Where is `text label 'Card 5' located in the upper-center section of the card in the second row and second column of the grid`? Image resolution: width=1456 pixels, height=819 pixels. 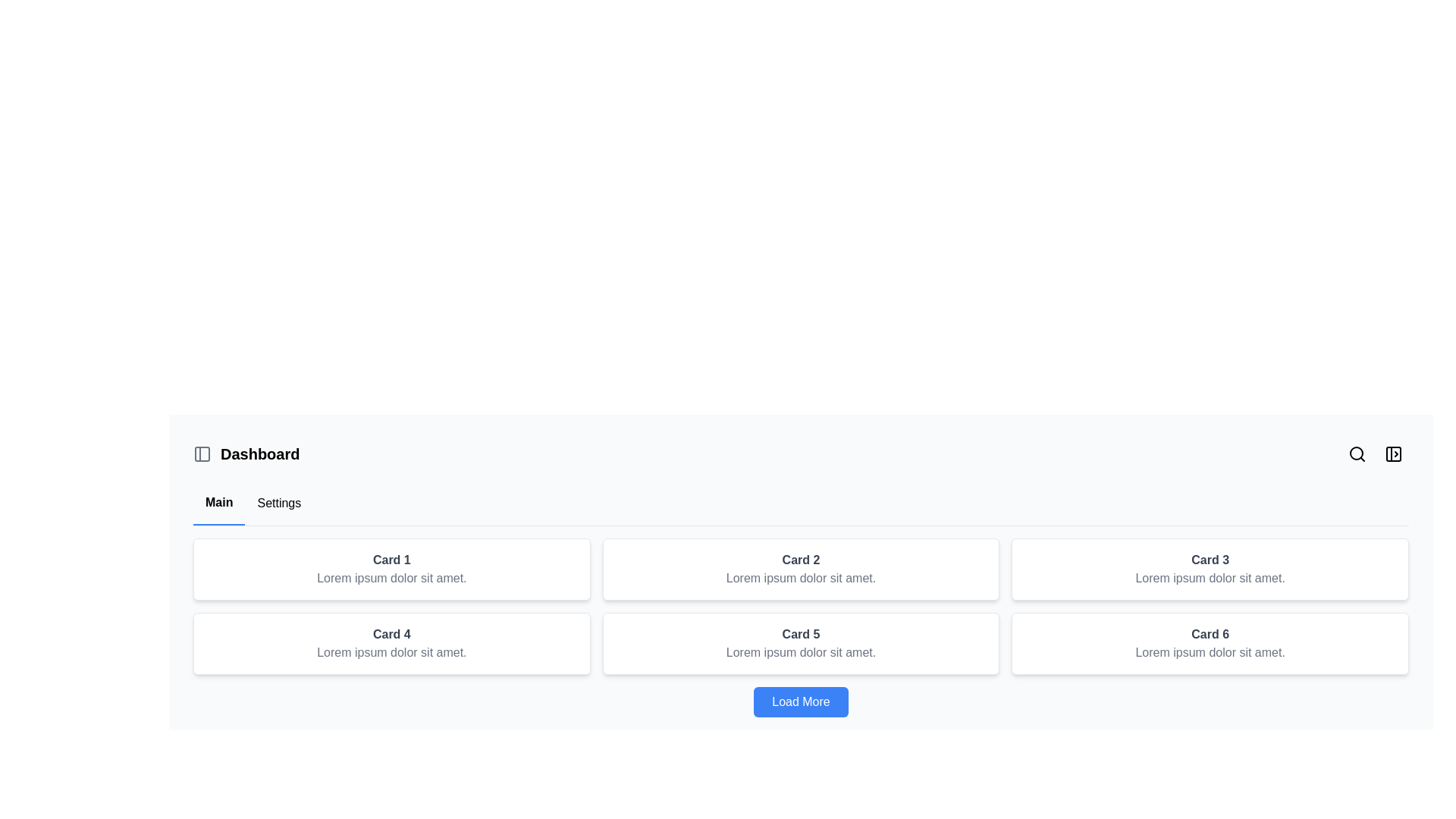
text label 'Card 5' located in the upper-center section of the card in the second row and second column of the grid is located at coordinates (800, 635).